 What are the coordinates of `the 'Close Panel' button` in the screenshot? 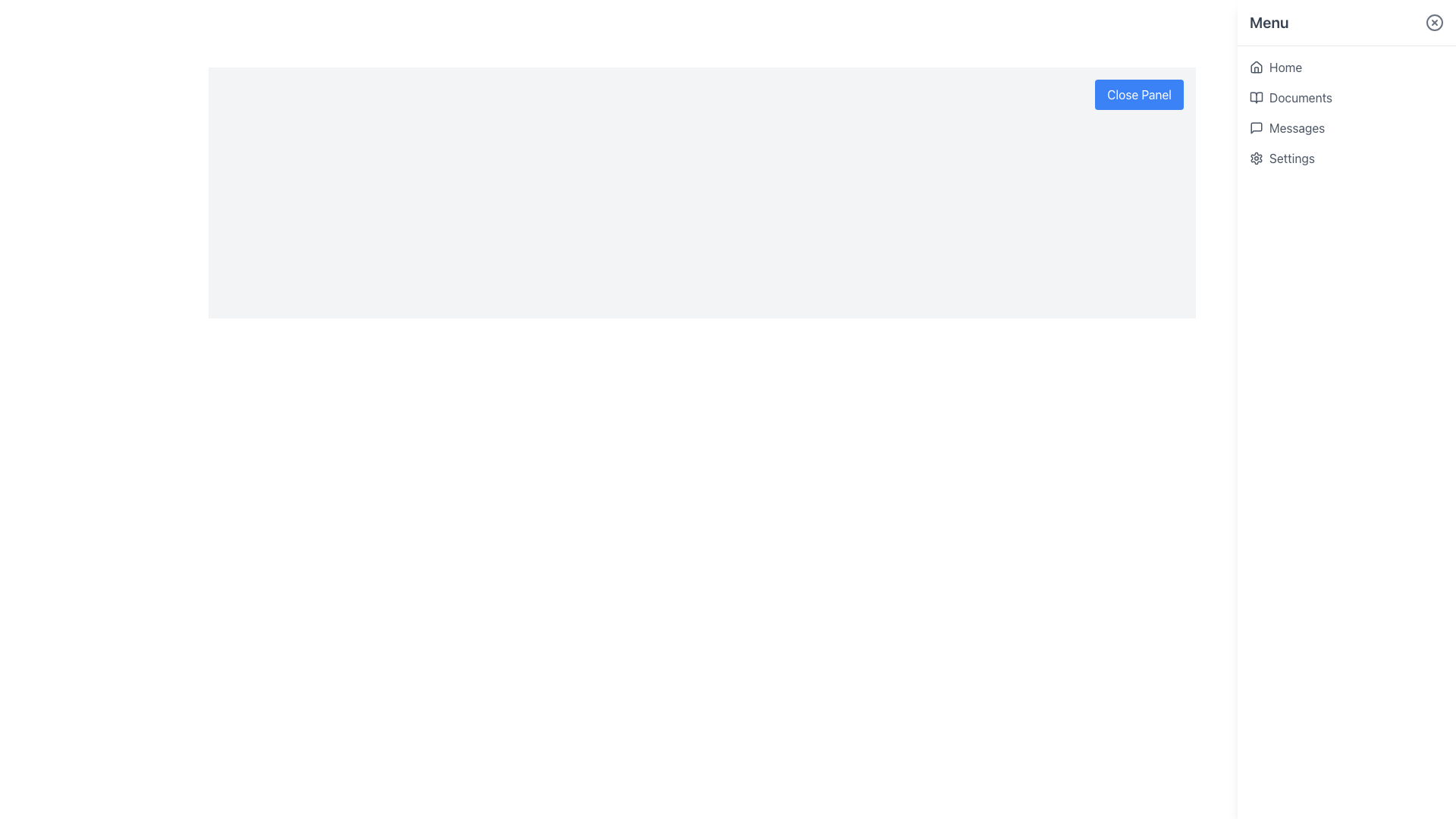 It's located at (1139, 94).